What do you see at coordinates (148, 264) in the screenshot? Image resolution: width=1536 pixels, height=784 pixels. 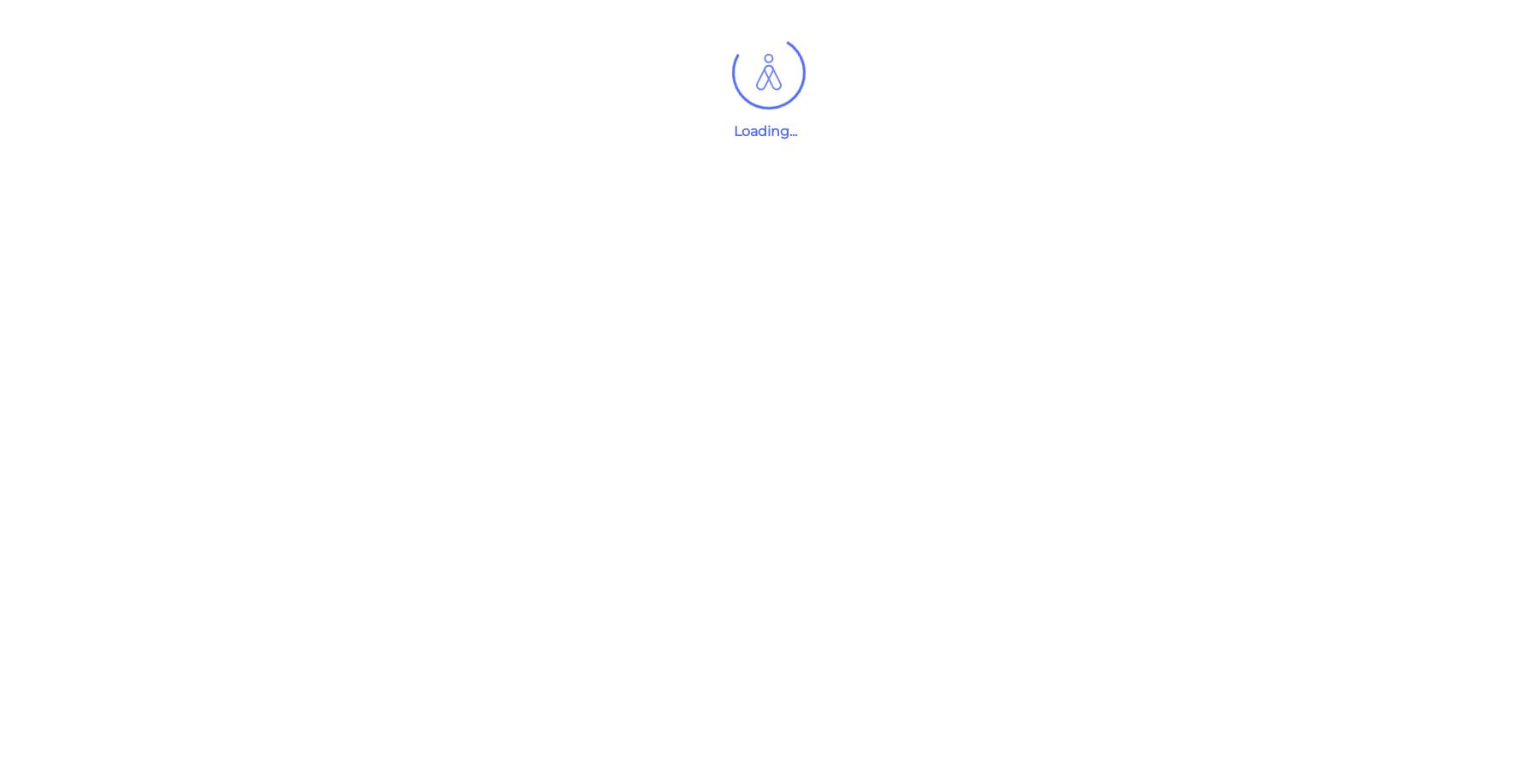 I see `'Company Type'` at bounding box center [148, 264].